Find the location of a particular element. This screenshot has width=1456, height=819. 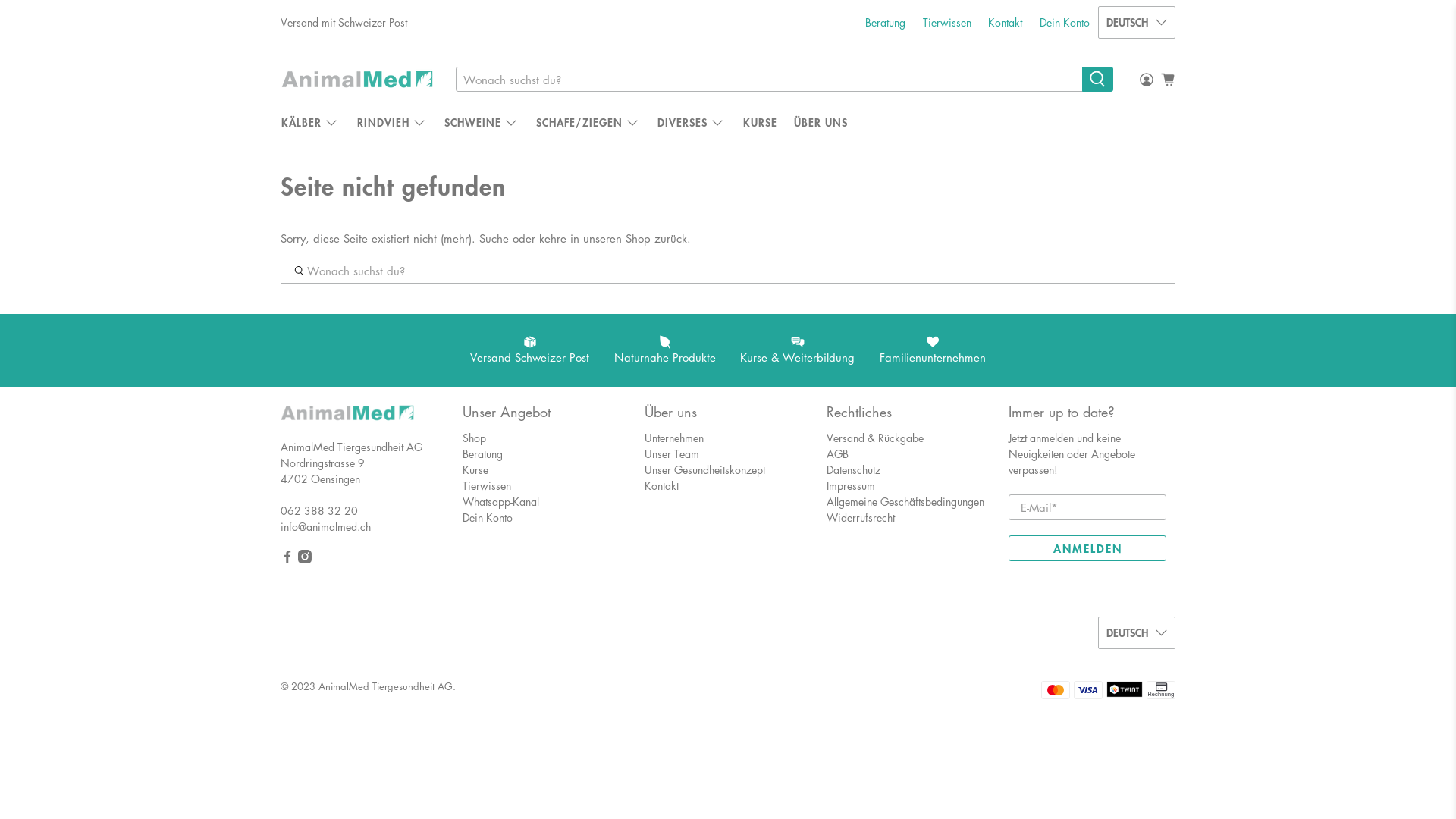

'Kurse & Weiterbildung' is located at coordinates (728, 350).